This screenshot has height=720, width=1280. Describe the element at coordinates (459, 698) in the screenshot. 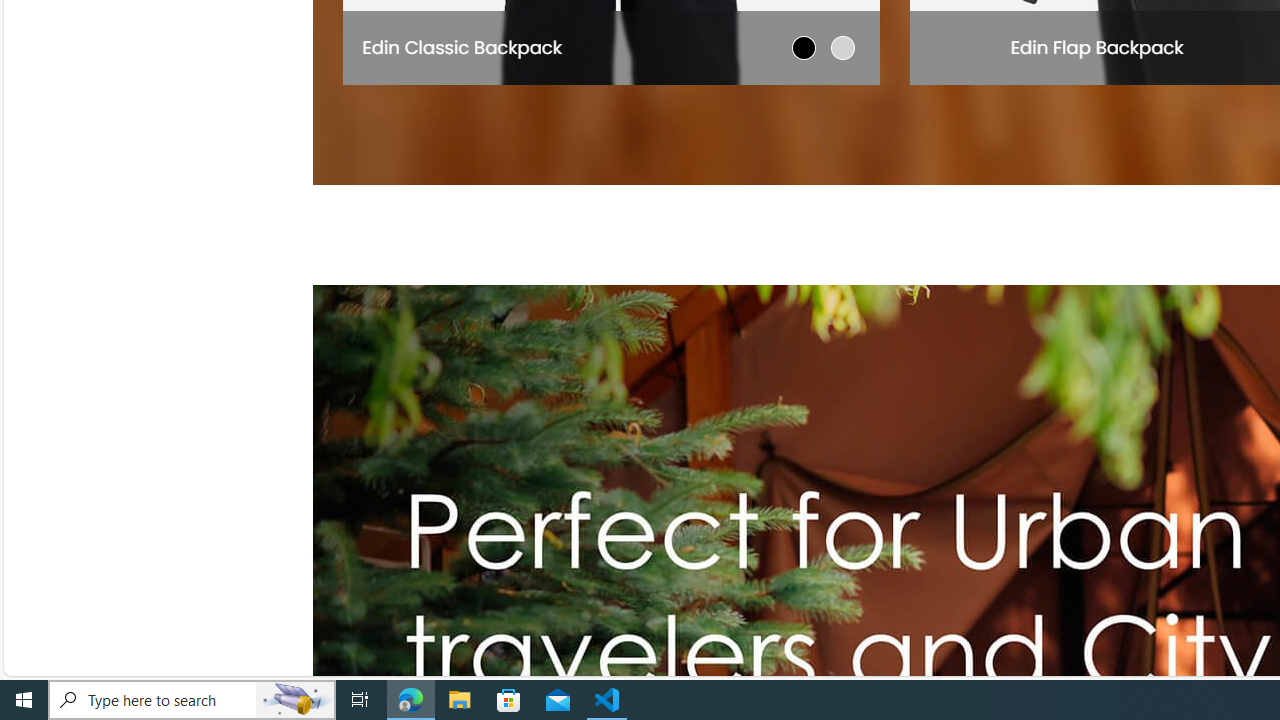

I see `'File Explorer'` at that location.